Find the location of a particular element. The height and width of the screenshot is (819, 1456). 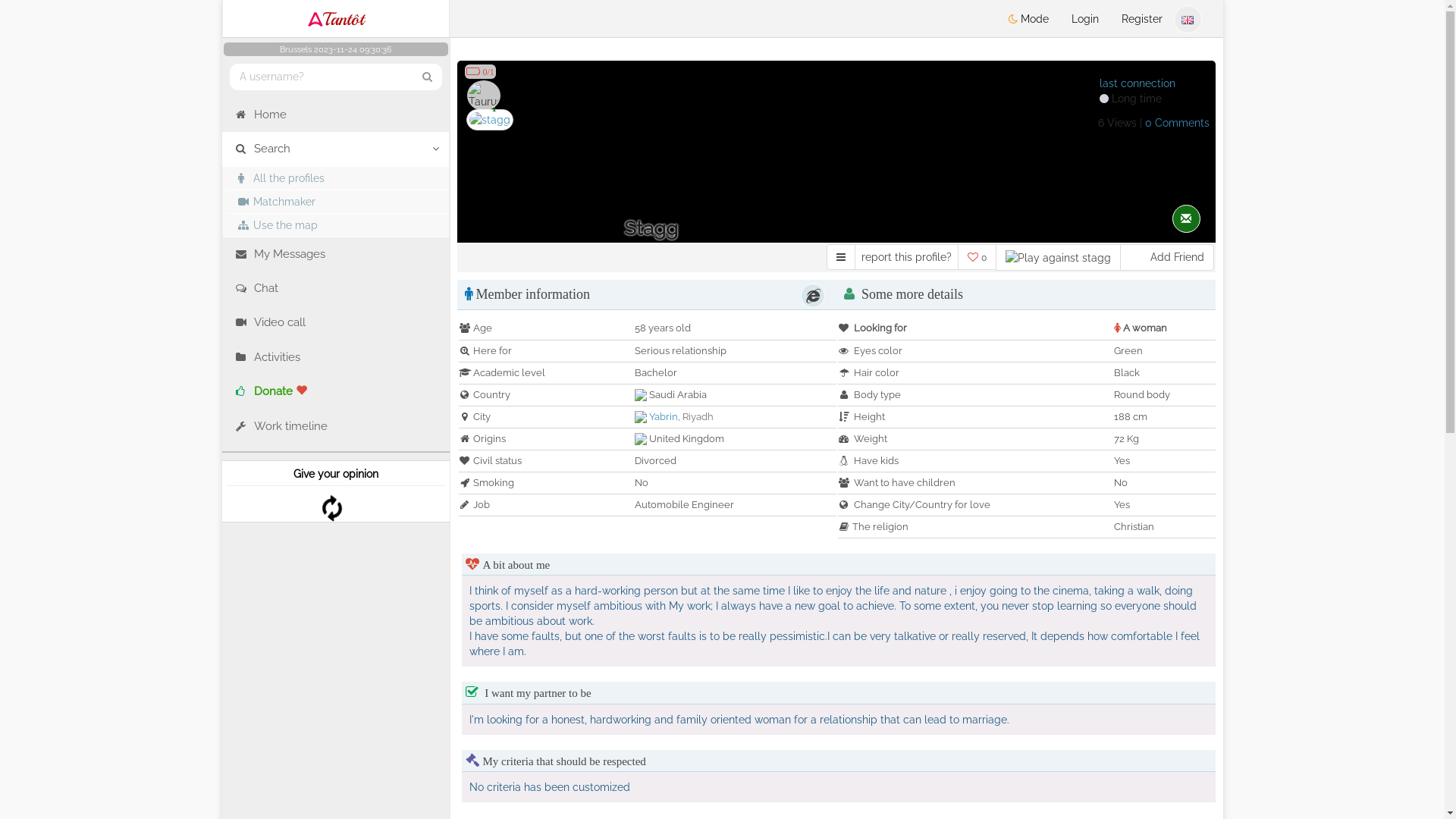

'stagg - date a Belgian, 100% free' is located at coordinates (488, 119).